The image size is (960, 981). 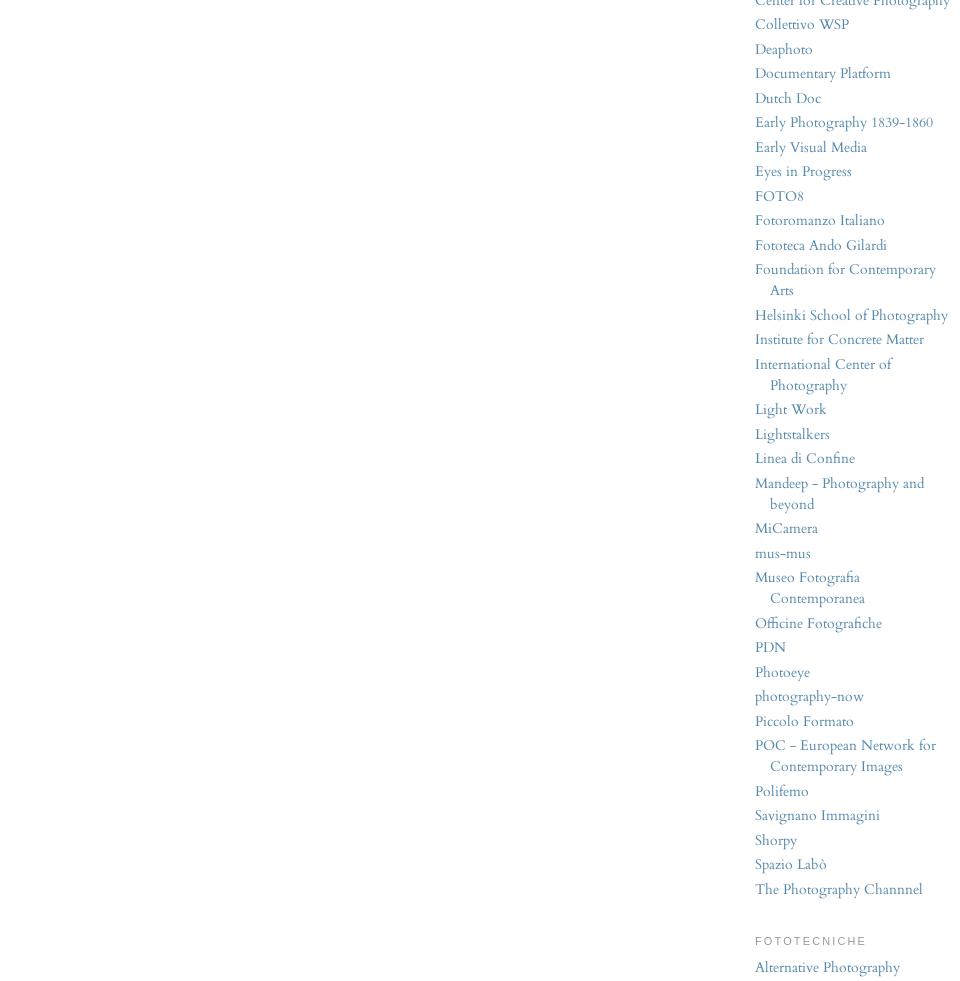 What do you see at coordinates (801, 23) in the screenshot?
I see `'Collettivo WSP'` at bounding box center [801, 23].